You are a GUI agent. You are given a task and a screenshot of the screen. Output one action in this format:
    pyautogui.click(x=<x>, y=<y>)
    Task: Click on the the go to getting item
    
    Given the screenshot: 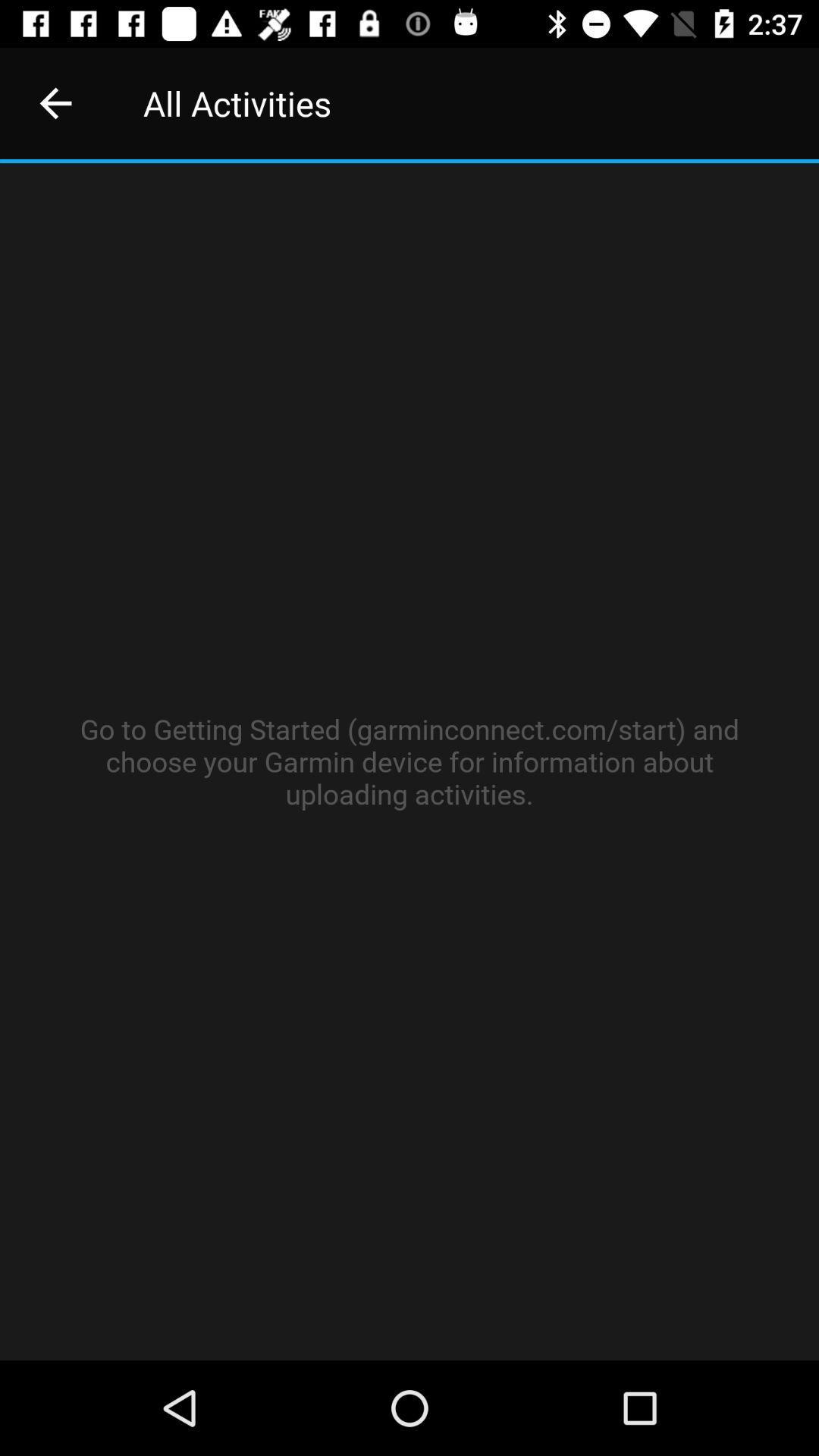 What is the action you would take?
    pyautogui.click(x=409, y=761)
    